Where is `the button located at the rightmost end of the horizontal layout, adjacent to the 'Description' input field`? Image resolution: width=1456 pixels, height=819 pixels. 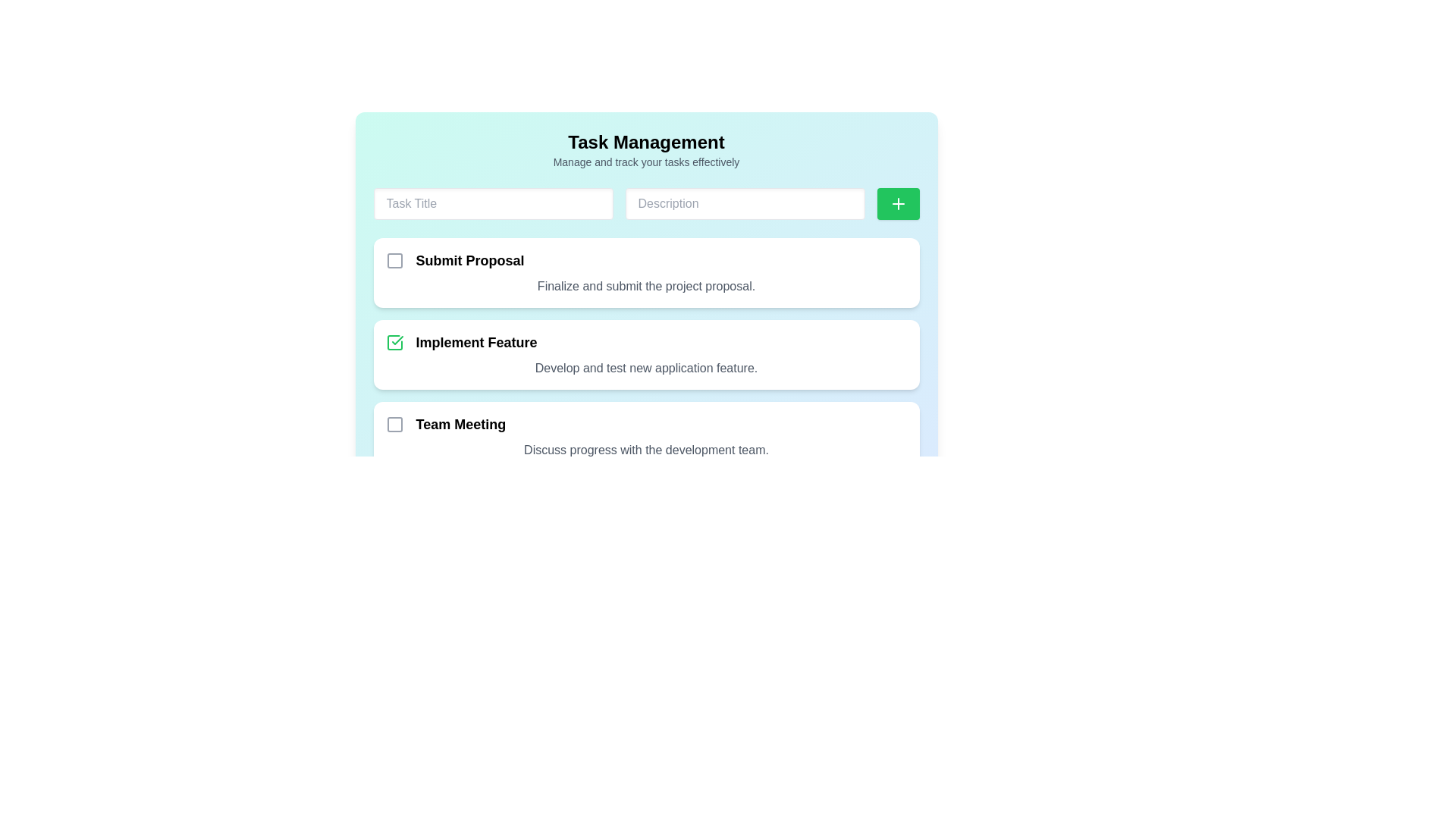
the button located at the rightmost end of the horizontal layout, adjacent to the 'Description' input field is located at coordinates (898, 203).